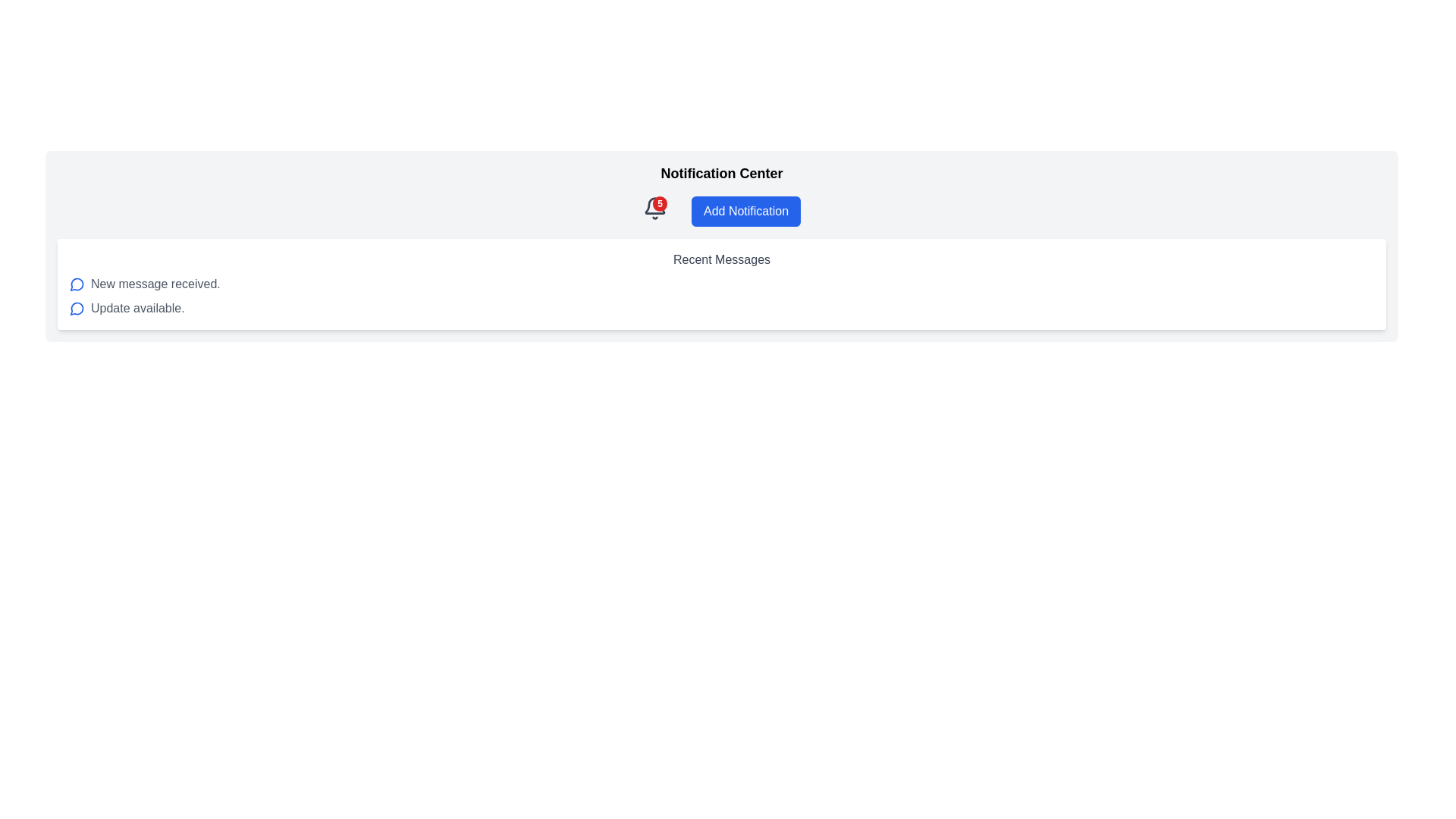 The width and height of the screenshot is (1456, 819). I want to click on the notification icon located in the 'Notification Center' area, so click(76, 284).